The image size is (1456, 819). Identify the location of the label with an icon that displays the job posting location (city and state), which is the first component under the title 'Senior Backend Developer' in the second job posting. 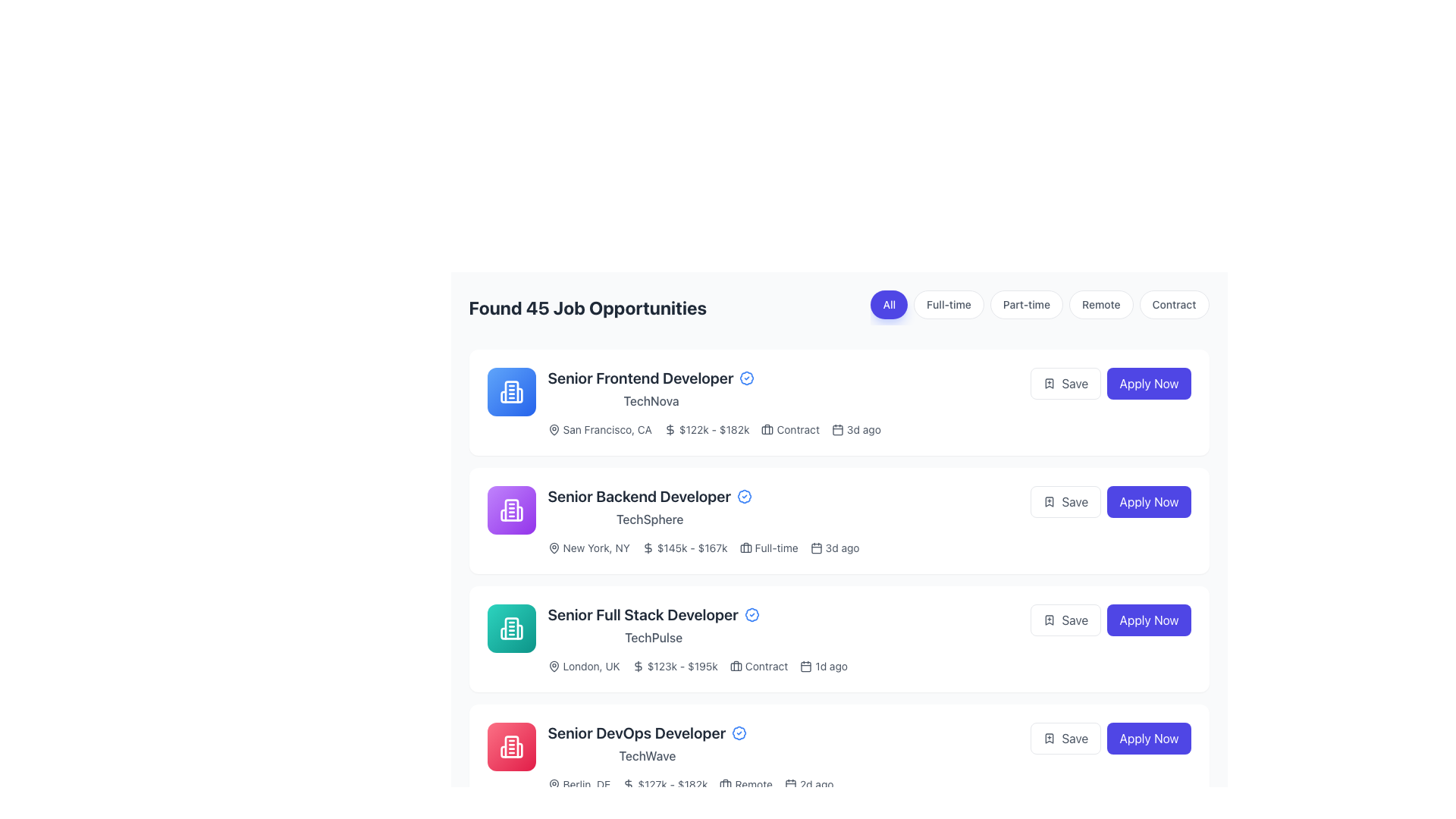
(588, 548).